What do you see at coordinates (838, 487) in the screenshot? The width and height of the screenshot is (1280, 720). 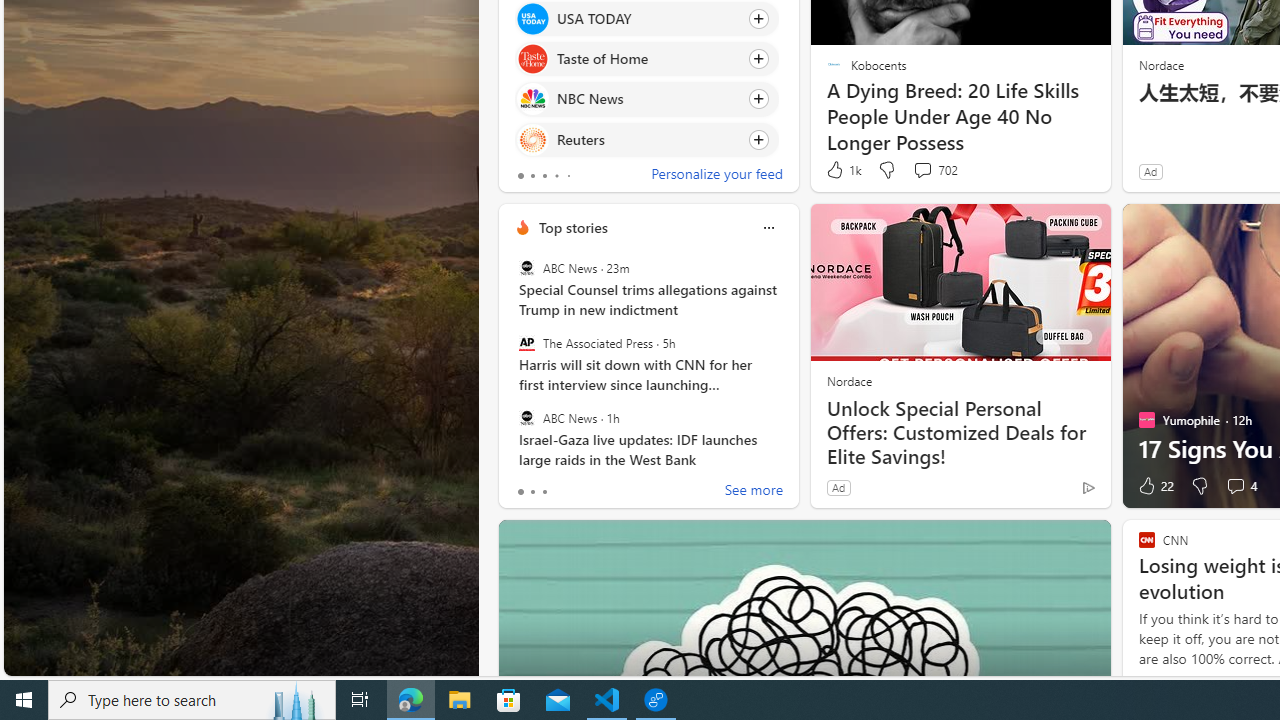 I see `'Ad'` at bounding box center [838, 487].